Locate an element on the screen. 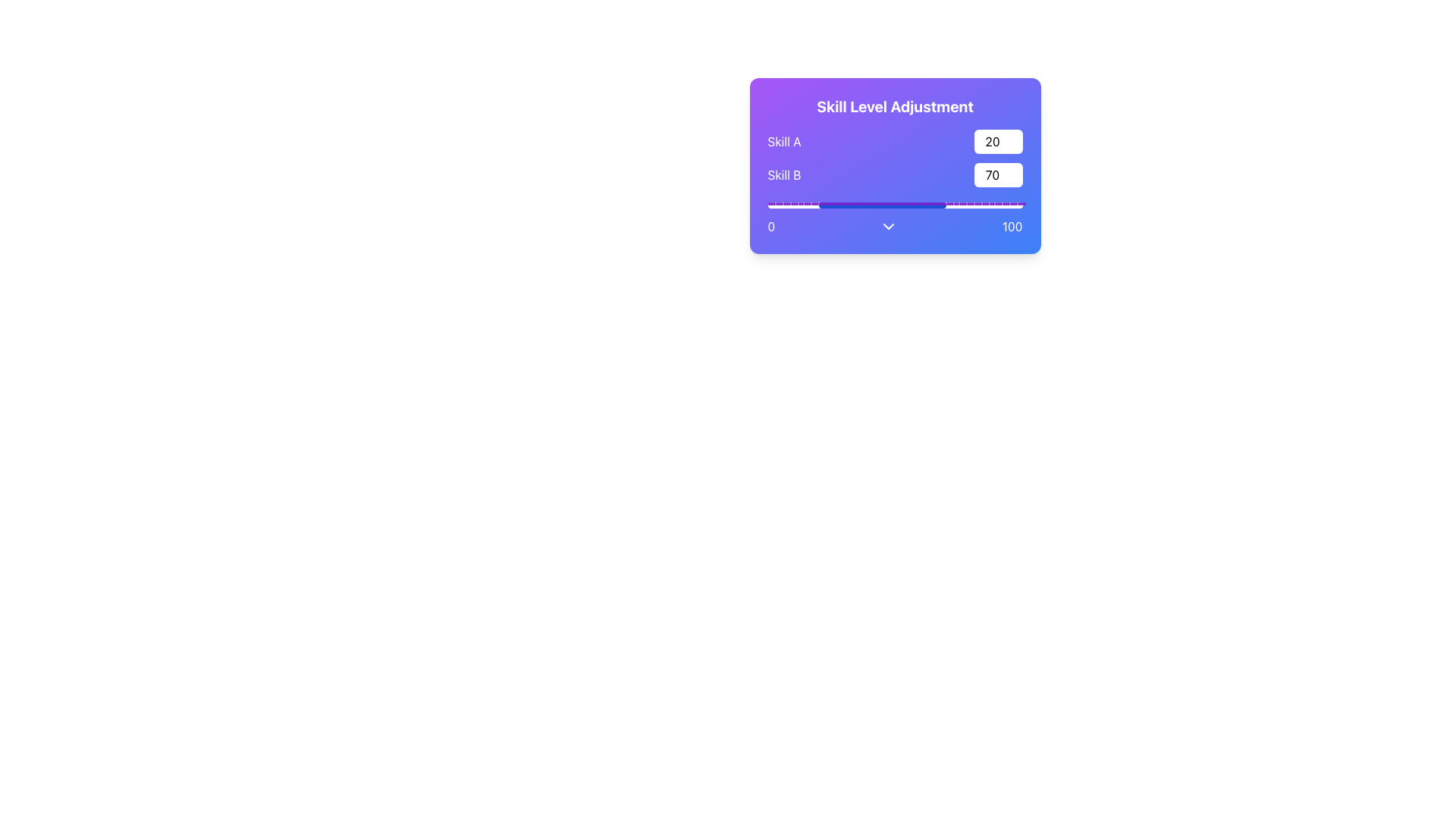 Image resolution: width=1456 pixels, height=819 pixels. the Number input field for 'Skill B' to focus it for input is located at coordinates (998, 174).